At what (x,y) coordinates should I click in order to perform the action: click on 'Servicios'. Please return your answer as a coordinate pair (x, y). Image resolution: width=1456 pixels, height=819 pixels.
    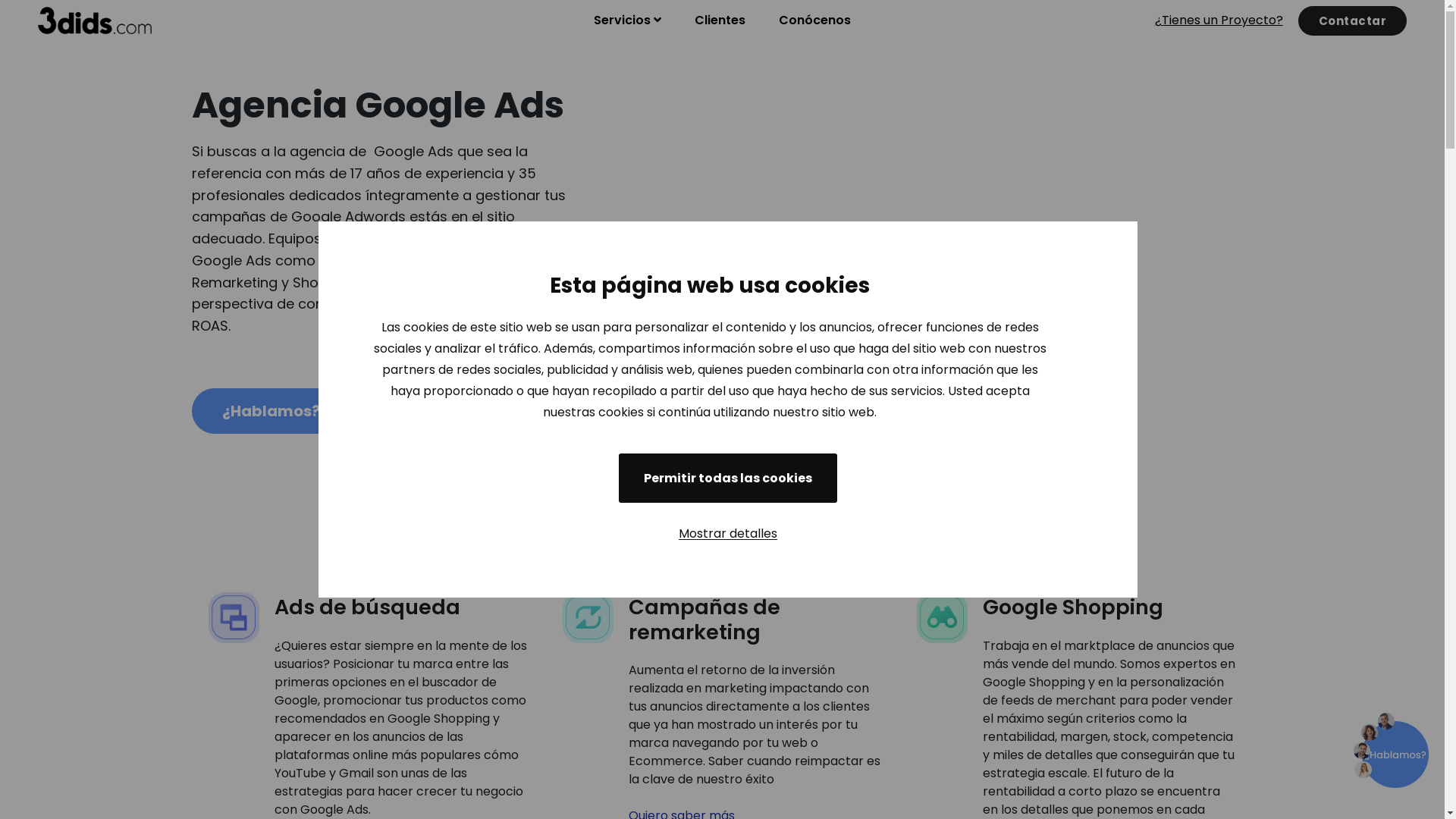
    Looking at the image, I should click on (627, 20).